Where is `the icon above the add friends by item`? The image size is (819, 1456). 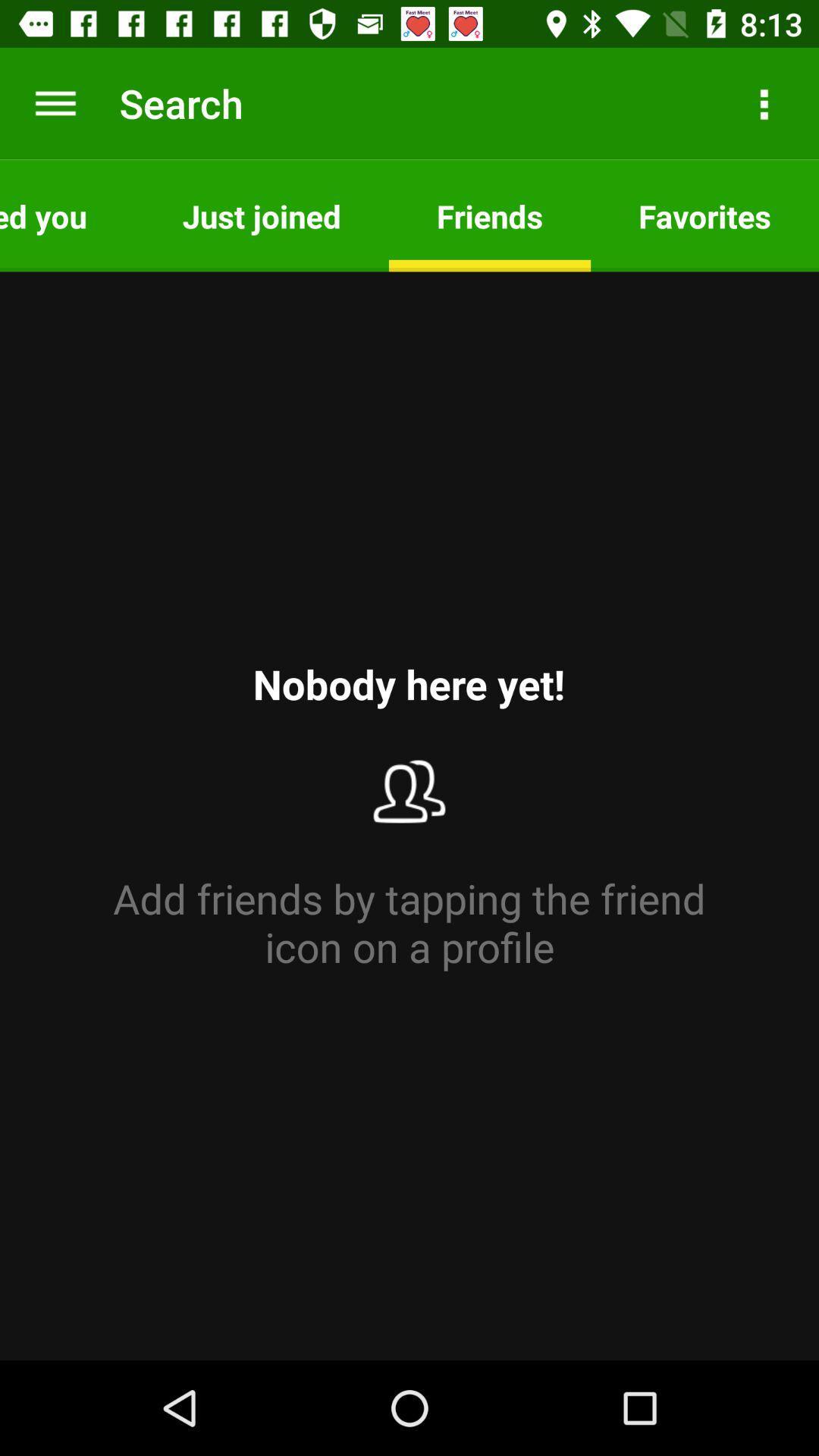 the icon above the add friends by item is located at coordinates (704, 215).